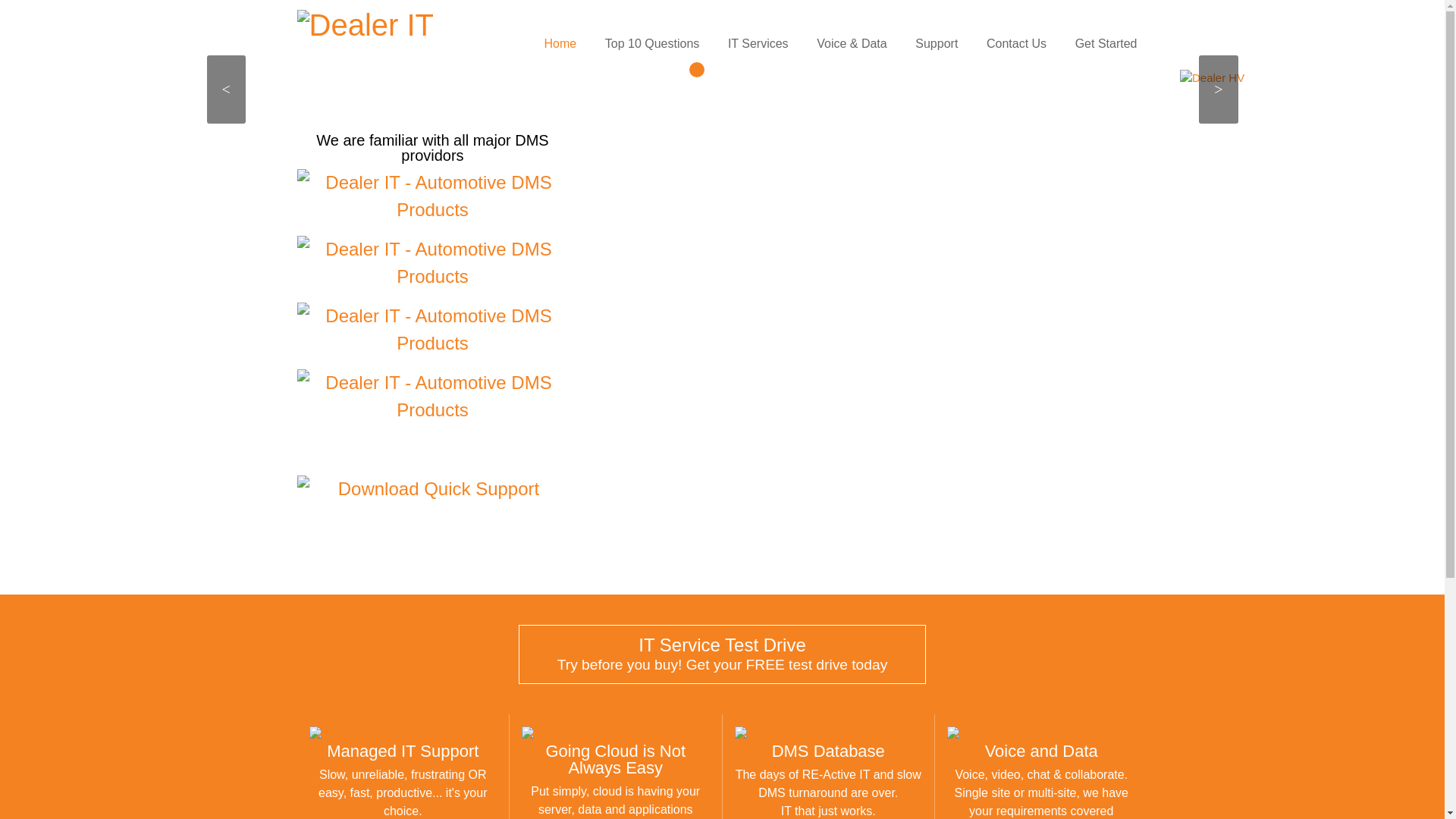 The width and height of the screenshot is (1456, 819). Describe the element at coordinates (758, 42) in the screenshot. I see `'IT Services'` at that location.